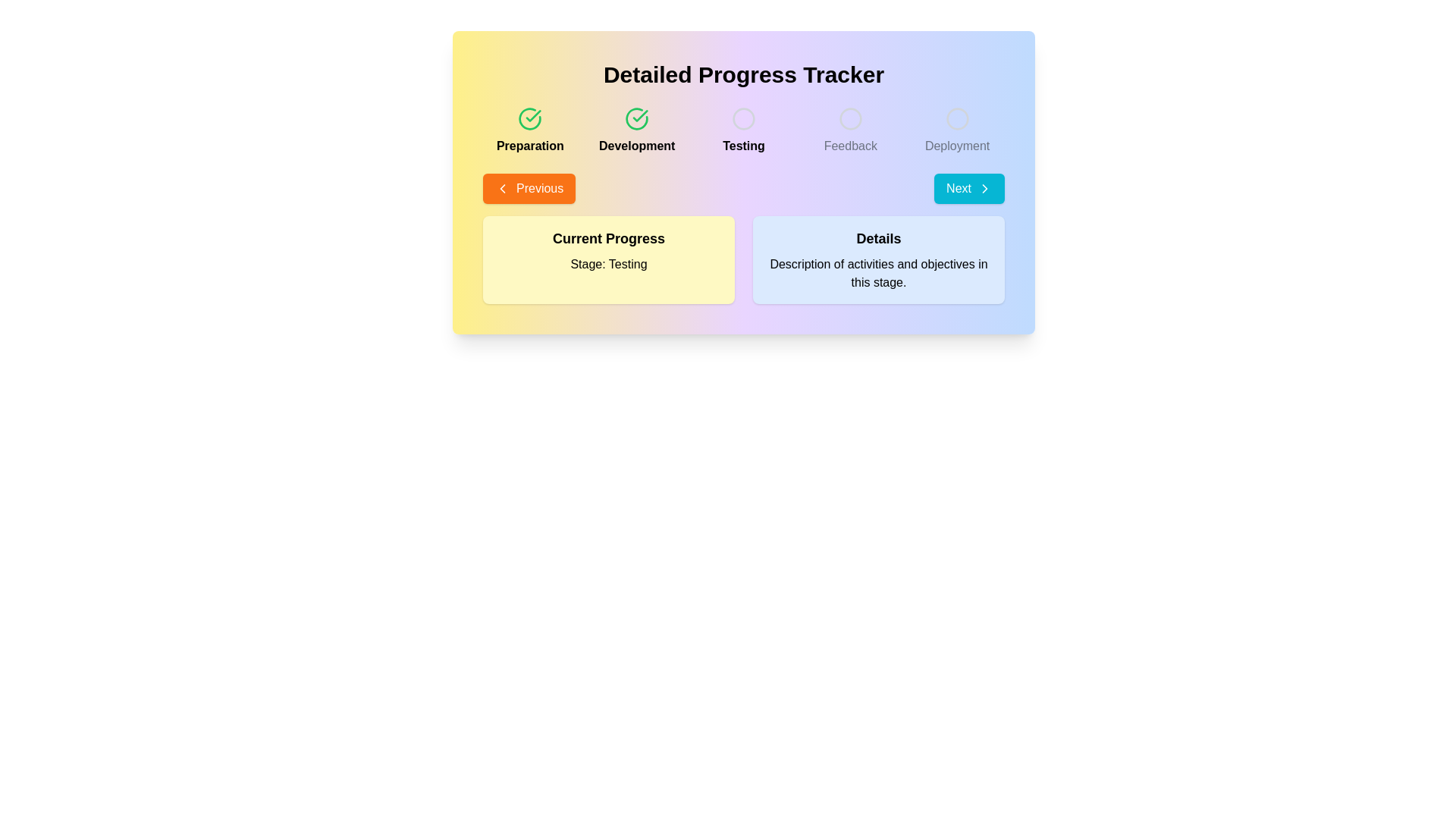  Describe the element at coordinates (637, 146) in the screenshot. I see `the 'Development' stage label in the progress tracker, which is located beneath a green check icon and is the second stage label in the sequence` at that location.